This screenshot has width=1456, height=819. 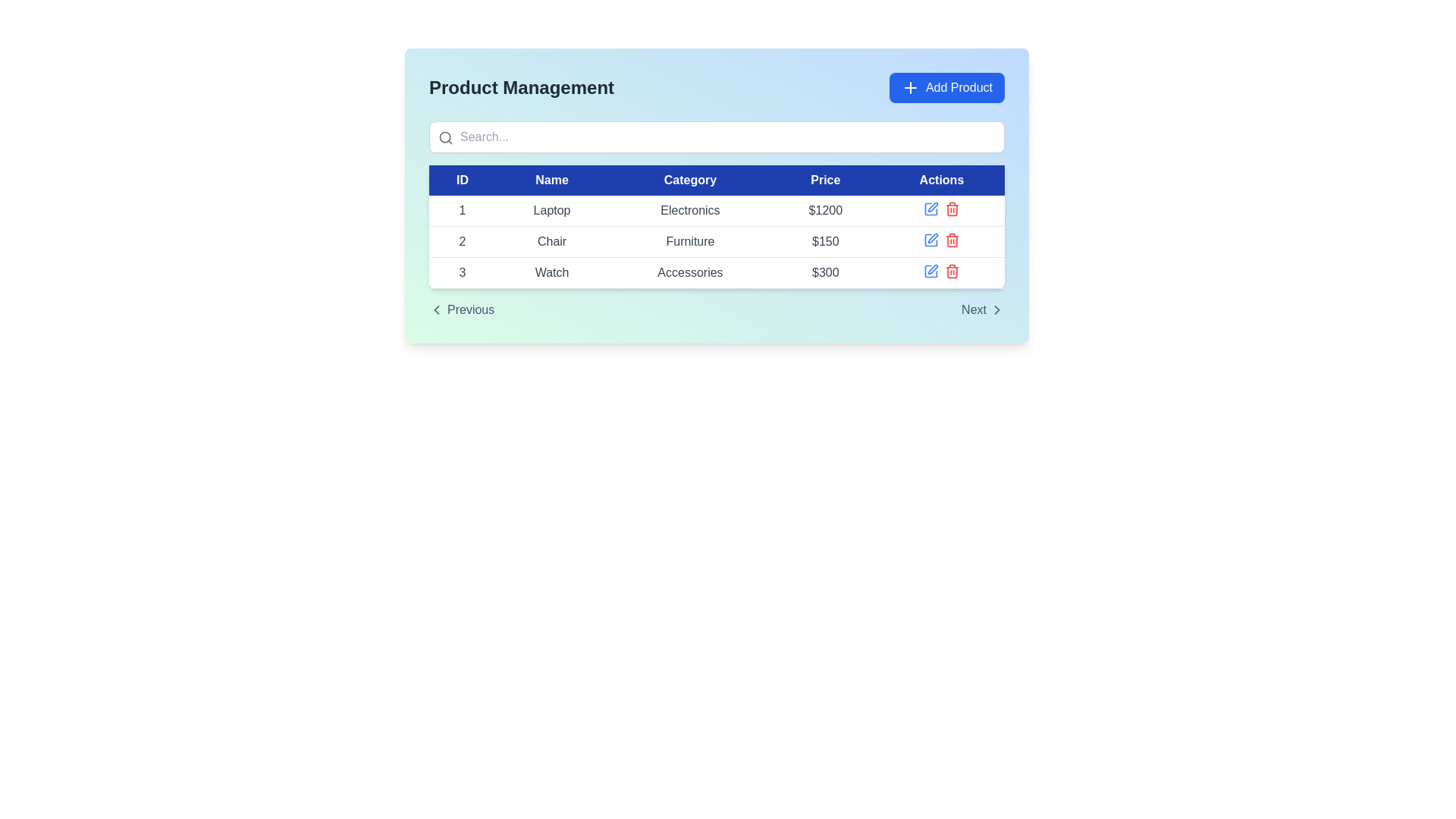 I want to click on text displayed in the text label showing the value '$300' in the fourth column of the third row in the 'Product Management' interface, so click(x=824, y=271).